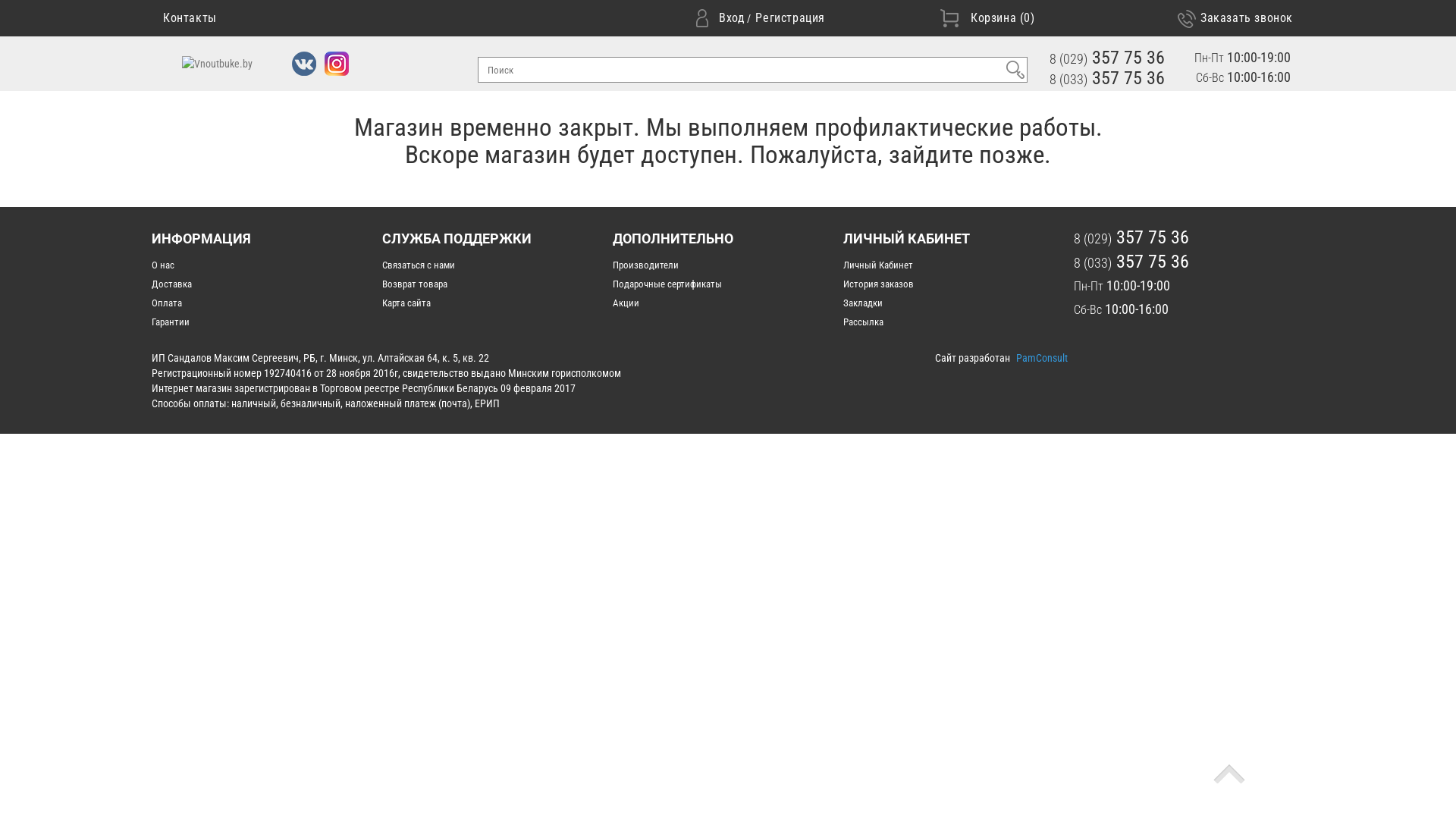 The height and width of the screenshot is (819, 1456). I want to click on '8 (029) 357 75 36', so click(1106, 57).